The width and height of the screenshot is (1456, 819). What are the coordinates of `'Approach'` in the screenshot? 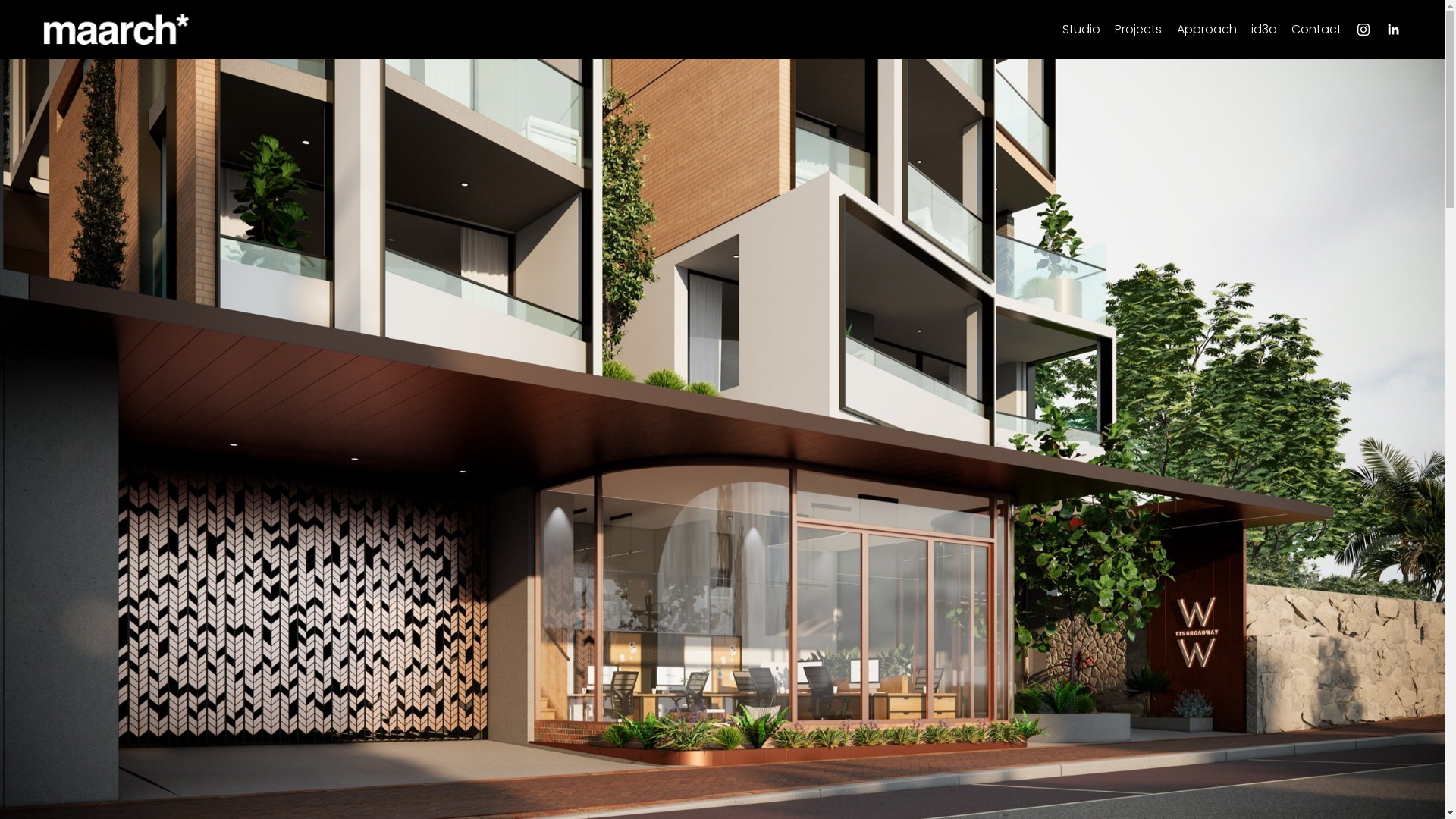 It's located at (1206, 29).